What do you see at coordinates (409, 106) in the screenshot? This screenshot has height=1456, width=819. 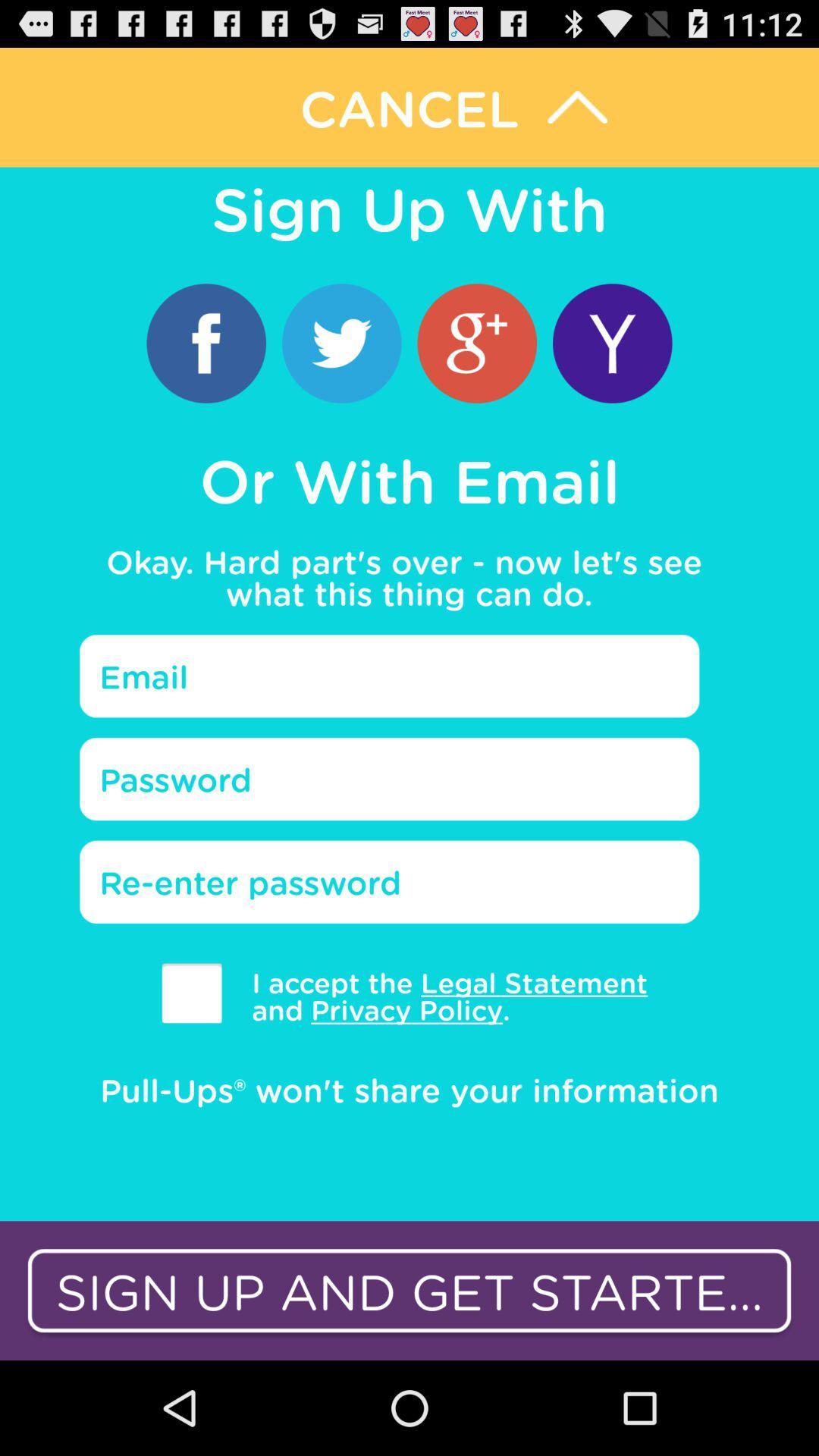 I see `cancel sign up` at bounding box center [409, 106].